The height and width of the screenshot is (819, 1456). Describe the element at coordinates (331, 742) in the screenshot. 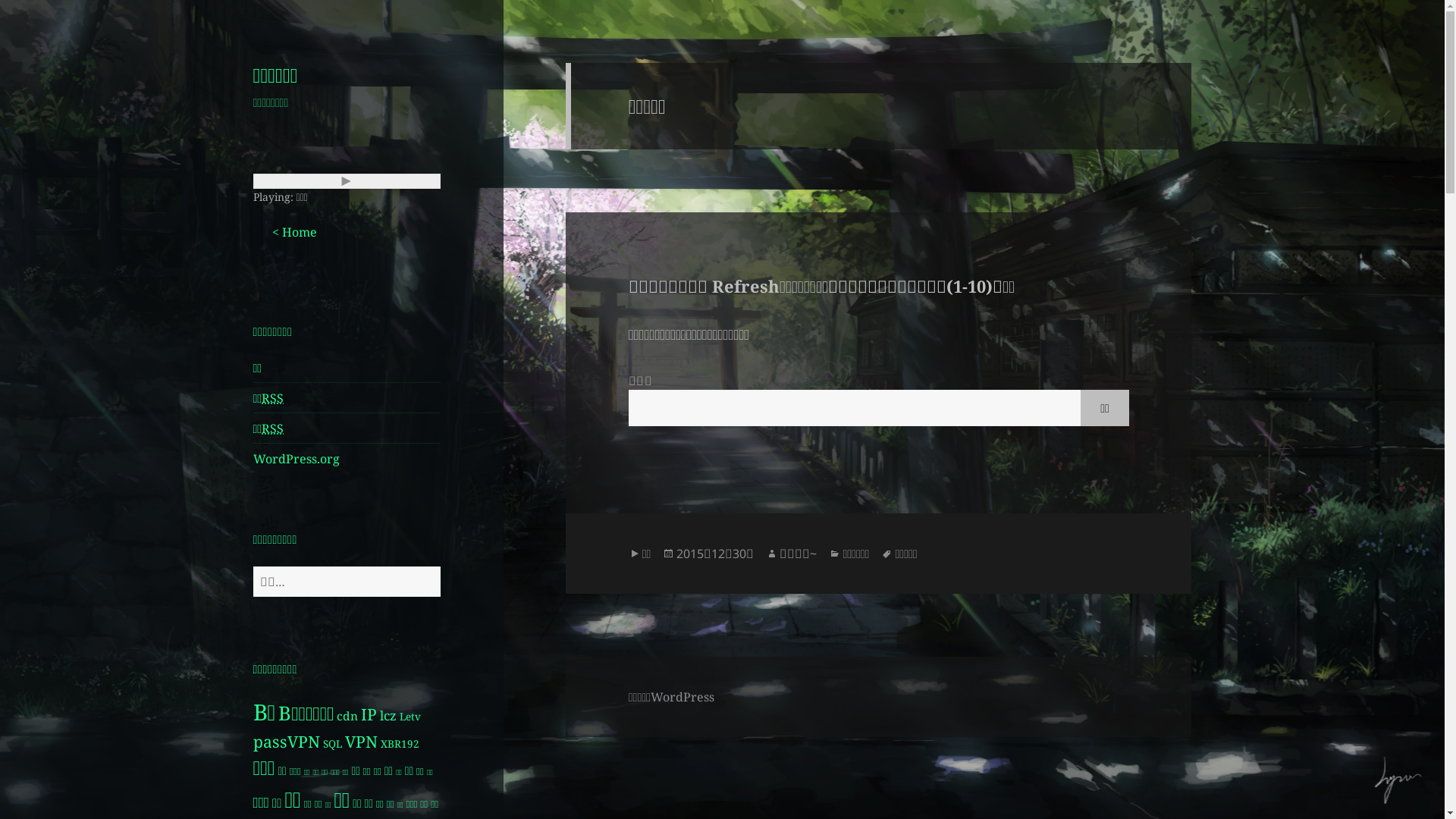

I see `'SQL'` at that location.